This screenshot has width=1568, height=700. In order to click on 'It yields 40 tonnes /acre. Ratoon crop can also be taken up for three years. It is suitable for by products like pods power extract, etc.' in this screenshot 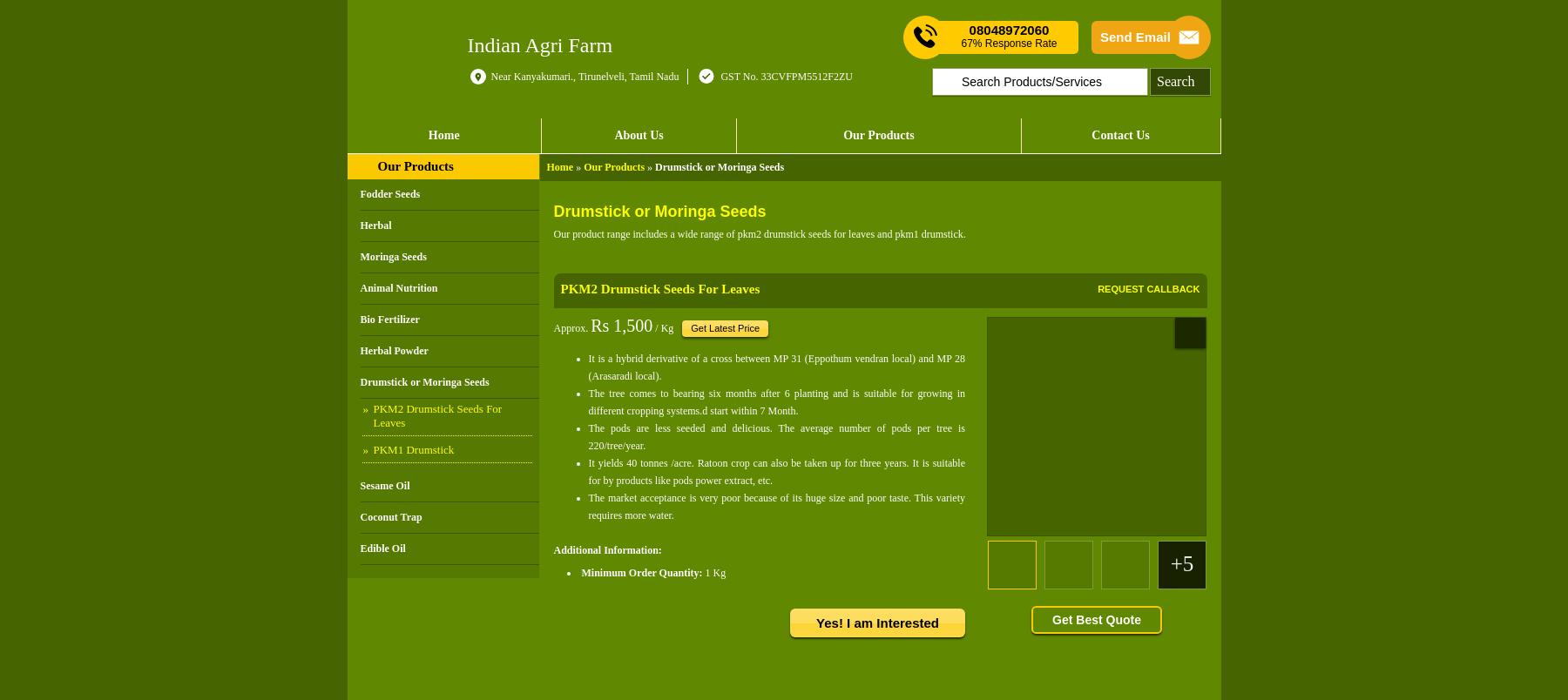, I will do `click(776, 471)`.